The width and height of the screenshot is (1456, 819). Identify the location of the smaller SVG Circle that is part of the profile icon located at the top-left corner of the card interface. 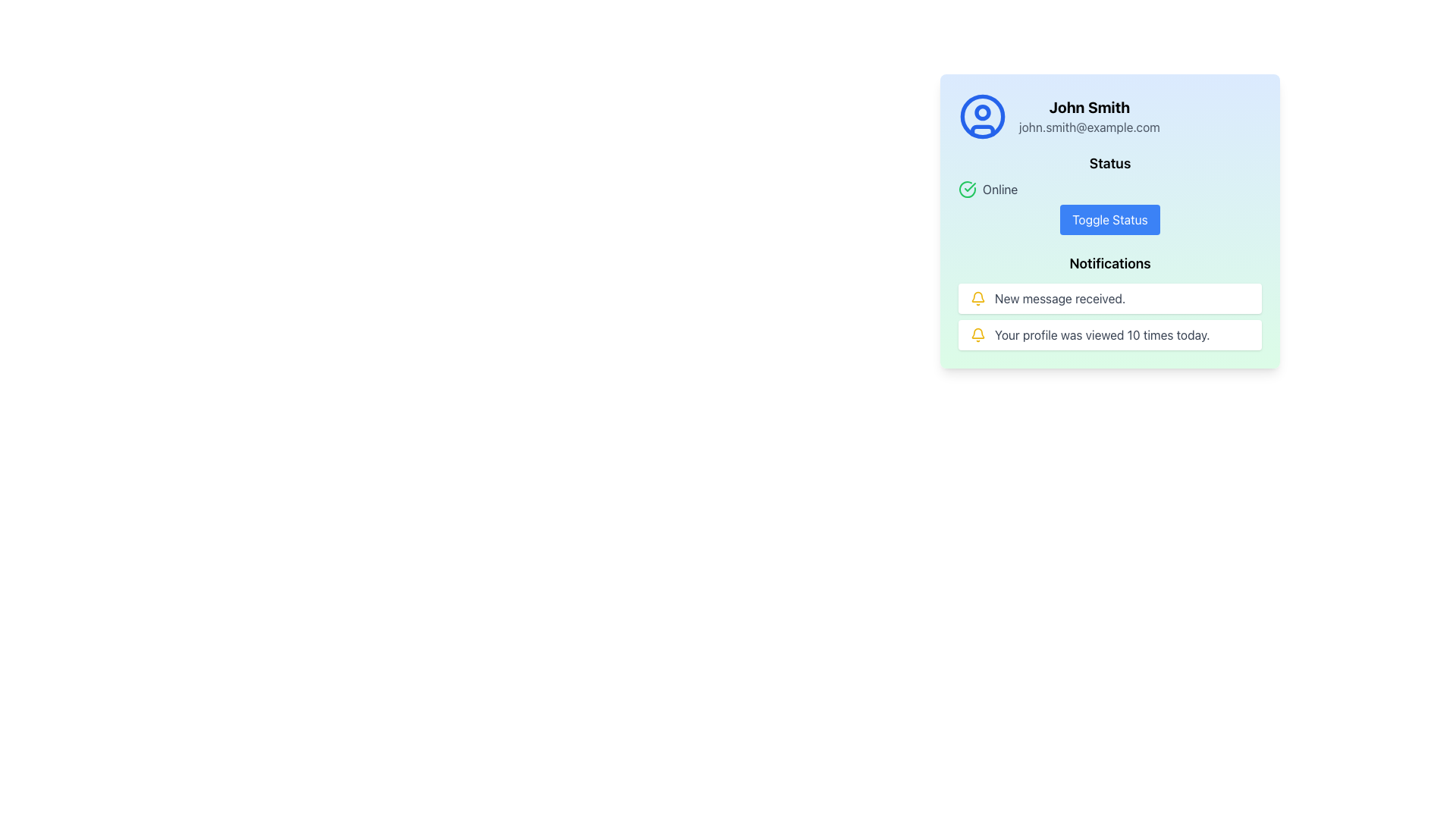
(983, 111).